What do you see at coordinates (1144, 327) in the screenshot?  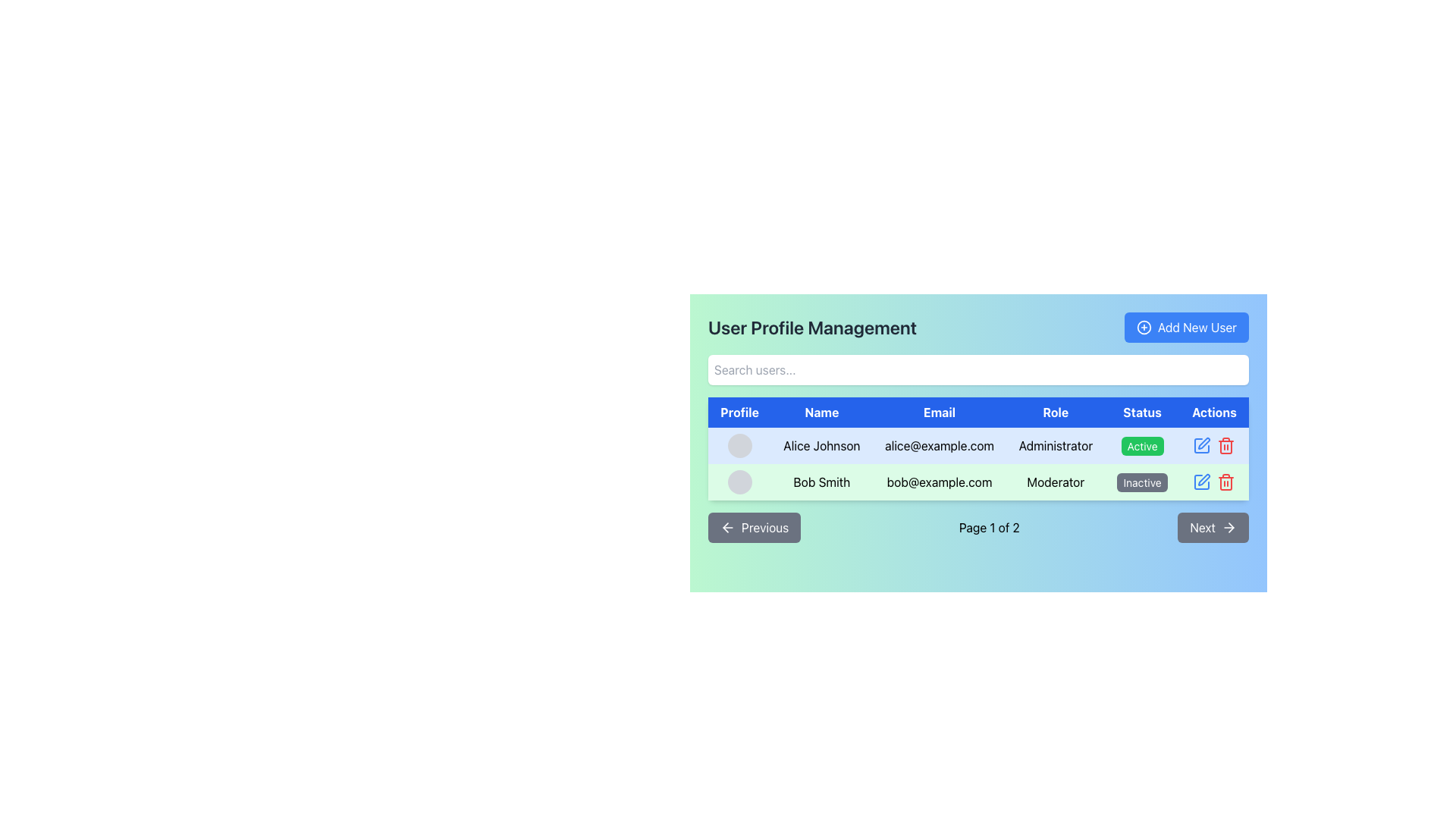 I see `the decorative icon located to the left of the 'Add New User' button in the top-right position of the interface` at bounding box center [1144, 327].